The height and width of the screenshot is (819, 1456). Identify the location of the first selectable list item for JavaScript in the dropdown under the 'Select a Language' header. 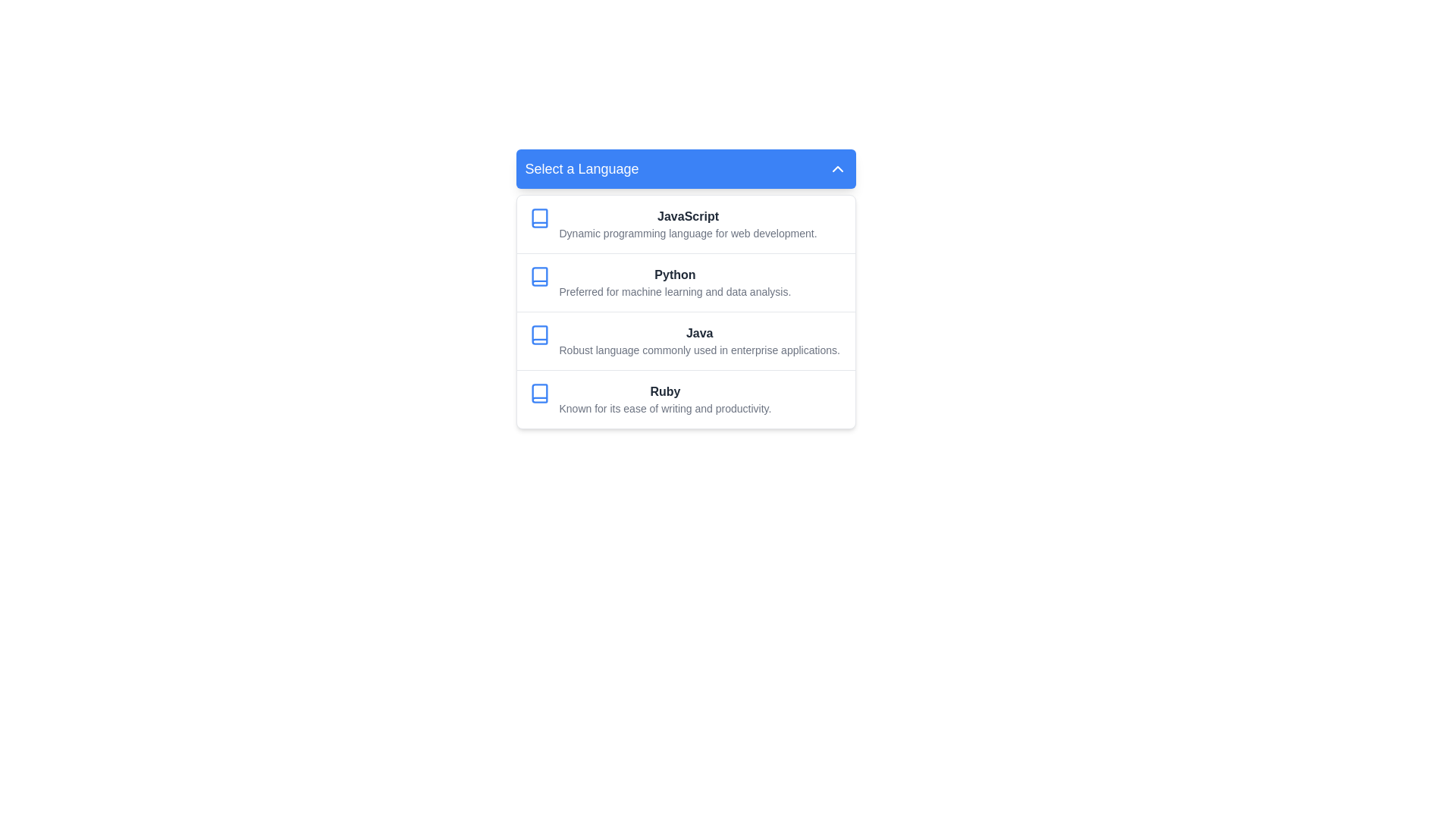
(685, 224).